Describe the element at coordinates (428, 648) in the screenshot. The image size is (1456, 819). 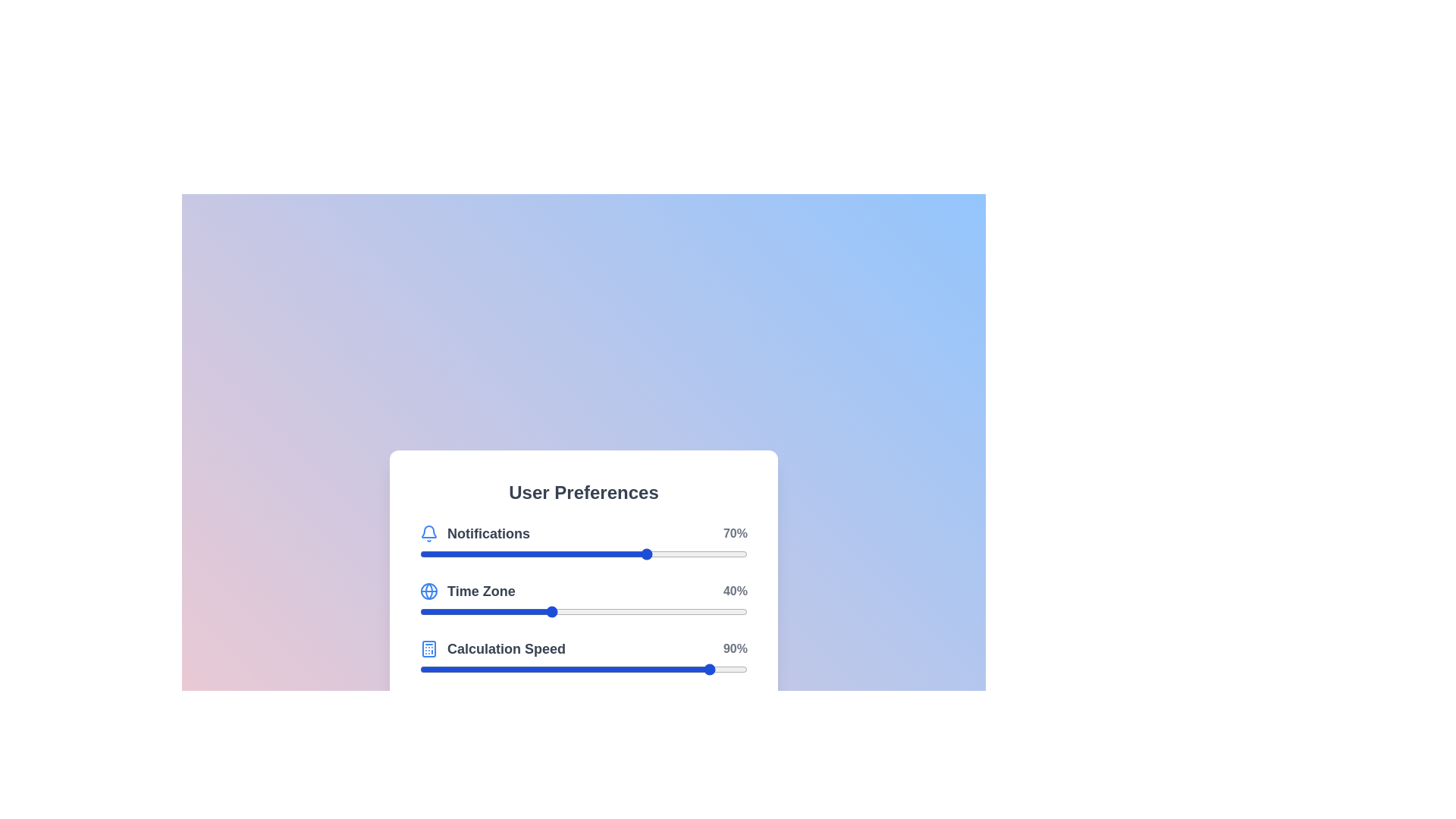
I see `the icon corresponding to Calculation Speed` at that location.